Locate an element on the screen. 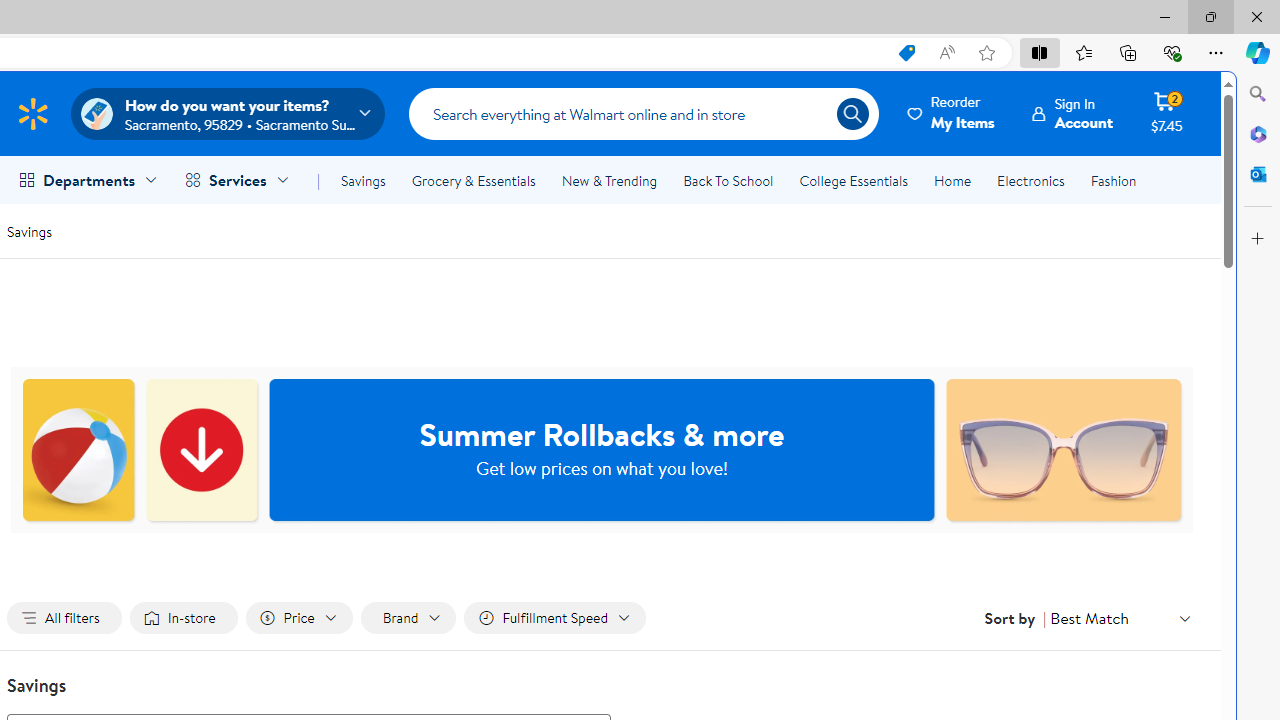 The height and width of the screenshot is (720, 1280). 'Copilot (Ctrl+Shift+.)' is located at coordinates (1257, 51).